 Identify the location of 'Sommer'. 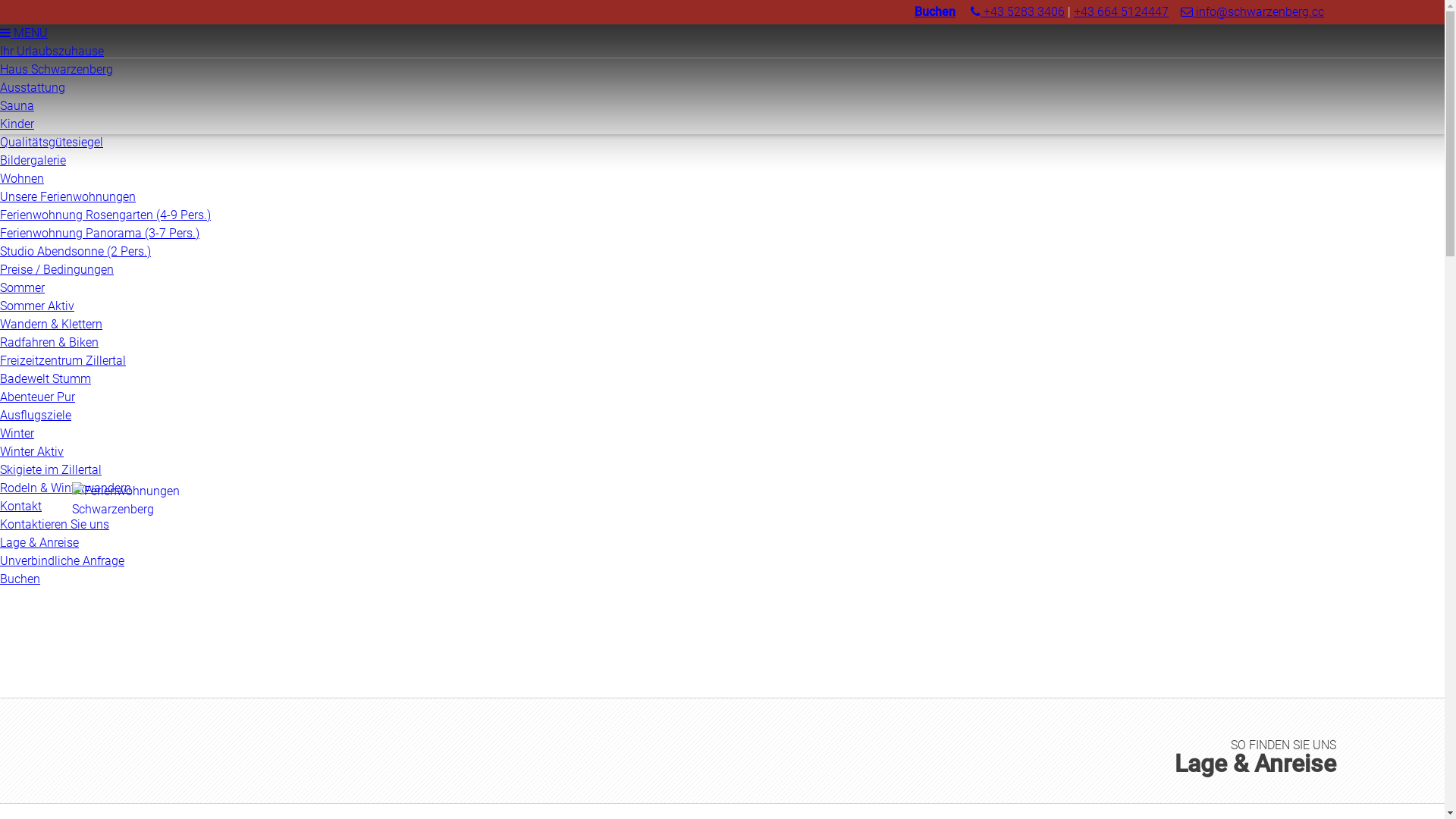
(22, 287).